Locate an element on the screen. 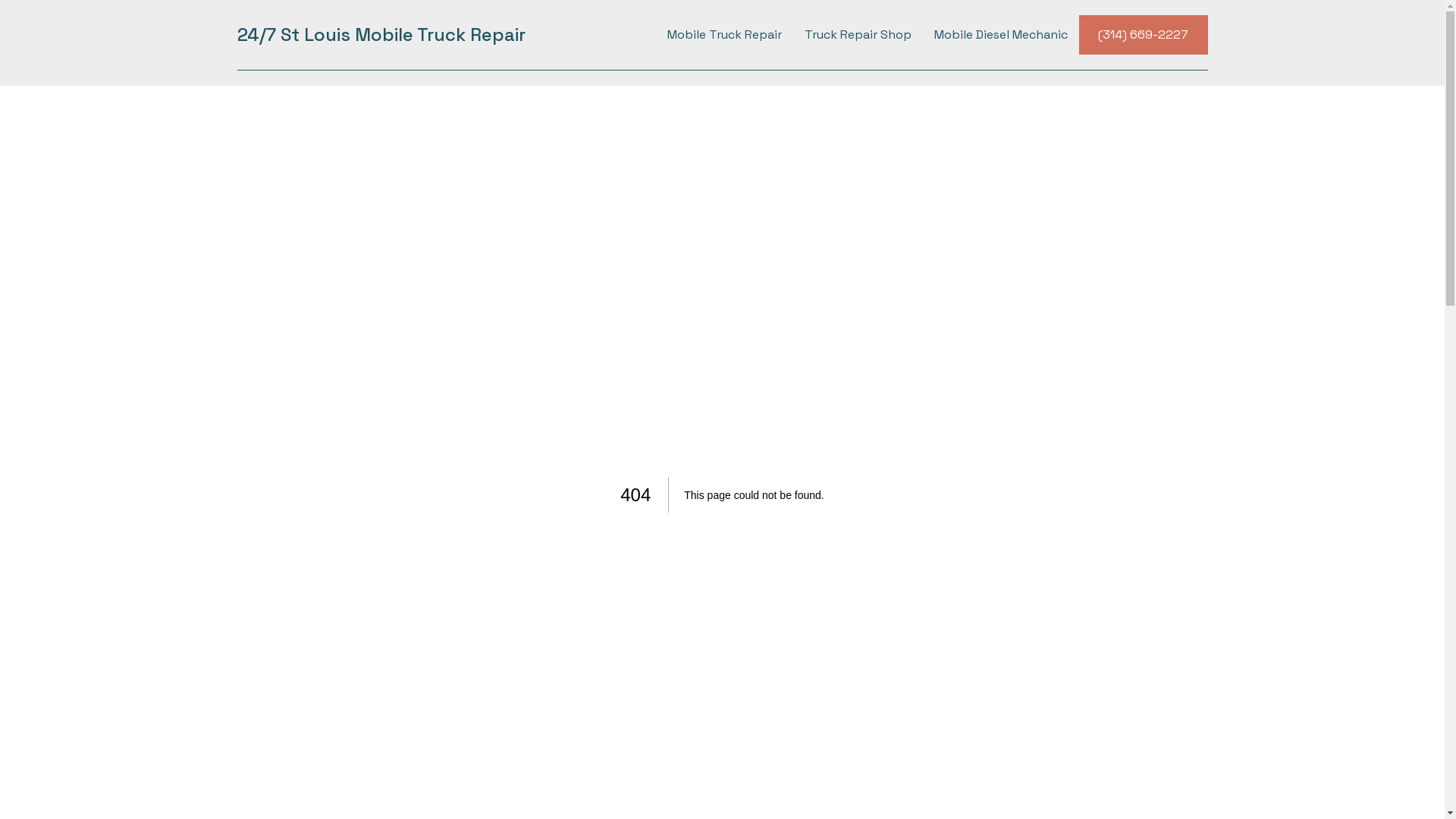 This screenshot has height=819, width=1456. 'Mobile Diesel Mechanic' is located at coordinates (1000, 34).